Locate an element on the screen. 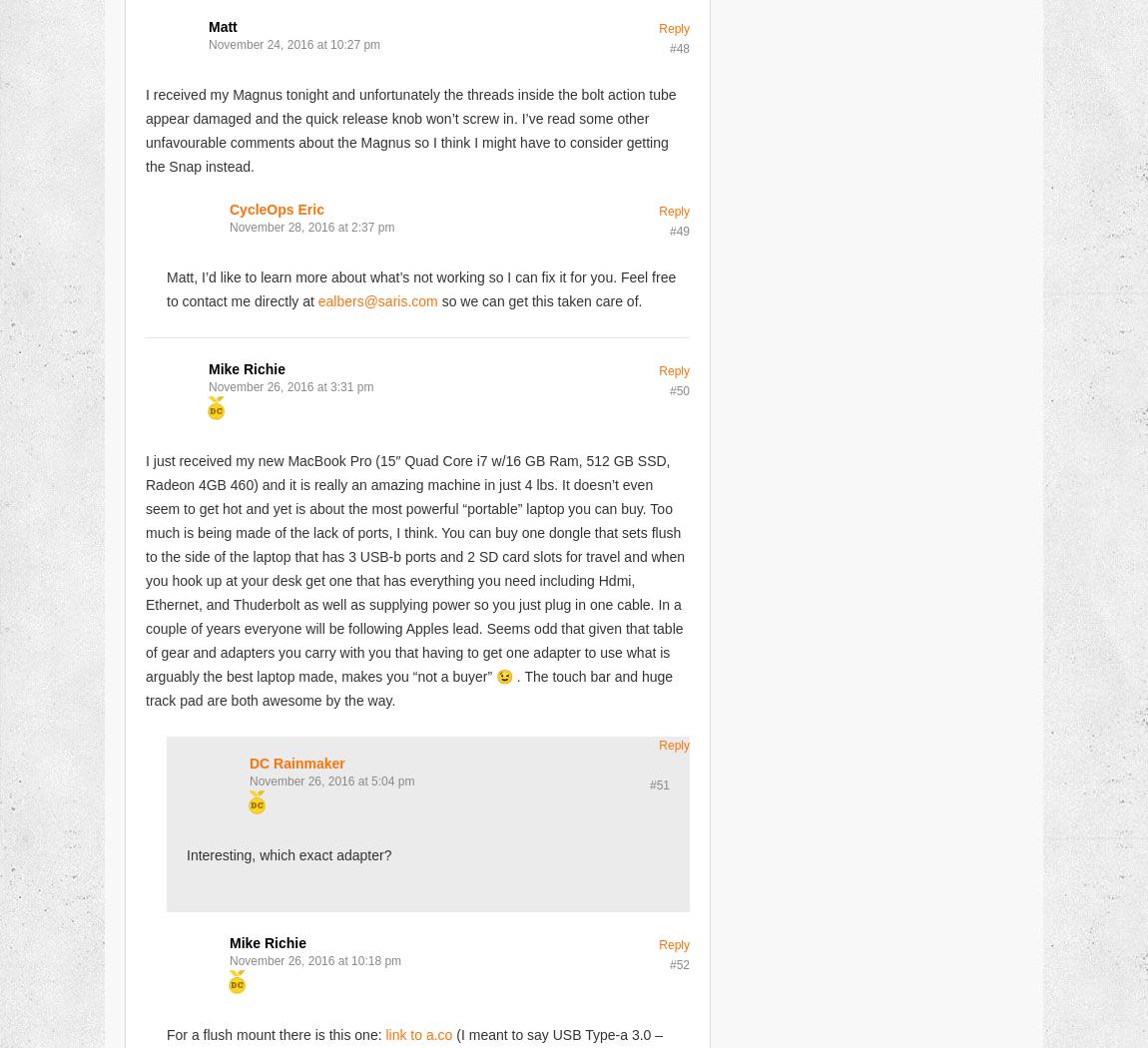 The image size is (1148, 1048). 'For a flush mount there is this one:' is located at coordinates (275, 1033).